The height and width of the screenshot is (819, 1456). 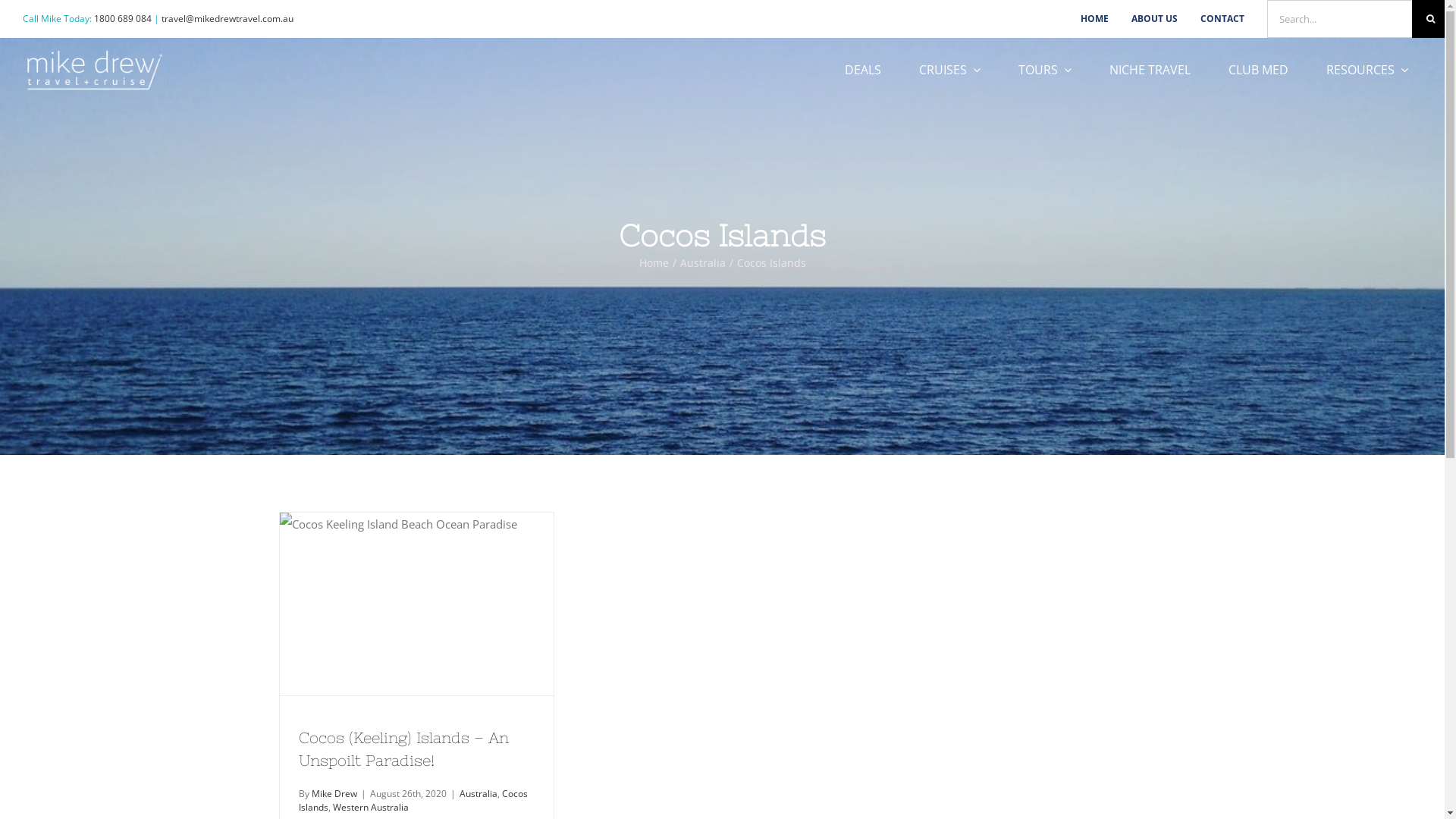 What do you see at coordinates (1109, 70) in the screenshot?
I see `'NICHE TRAVEL'` at bounding box center [1109, 70].